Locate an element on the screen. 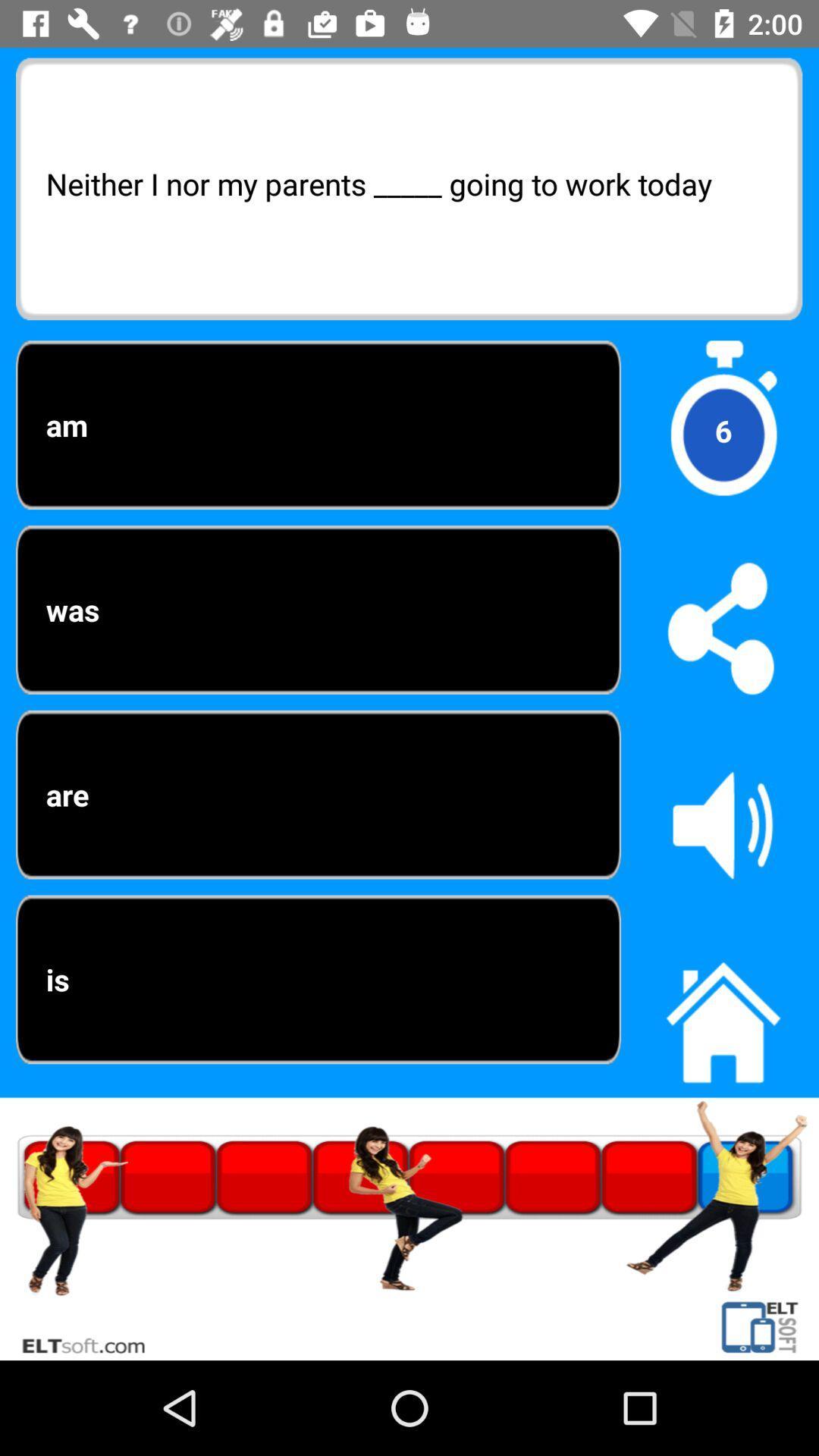 This screenshot has height=1456, width=819. the was option is located at coordinates (318, 610).